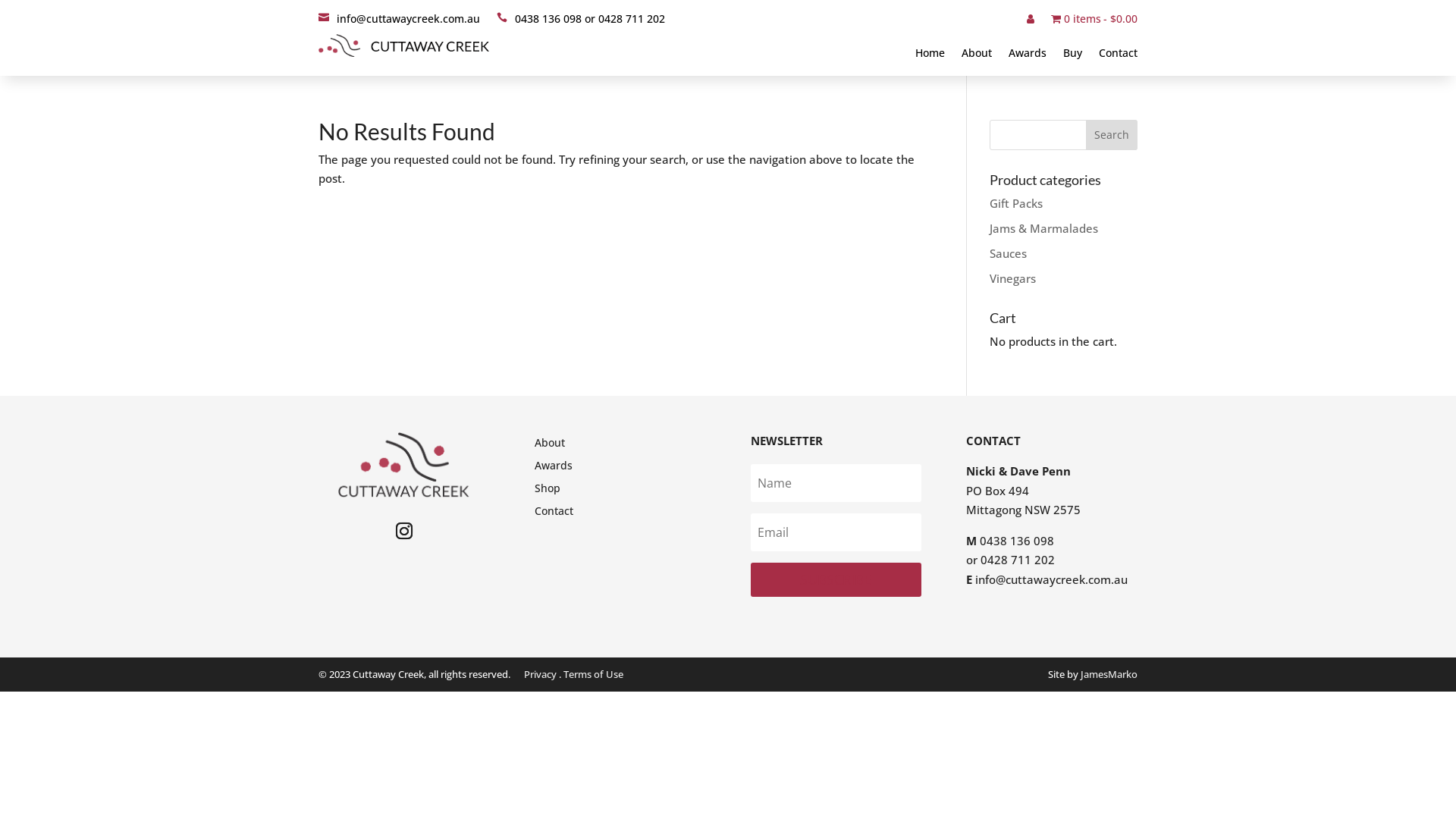  What do you see at coordinates (1050, 22) in the screenshot?
I see `'0 items$0.00'` at bounding box center [1050, 22].